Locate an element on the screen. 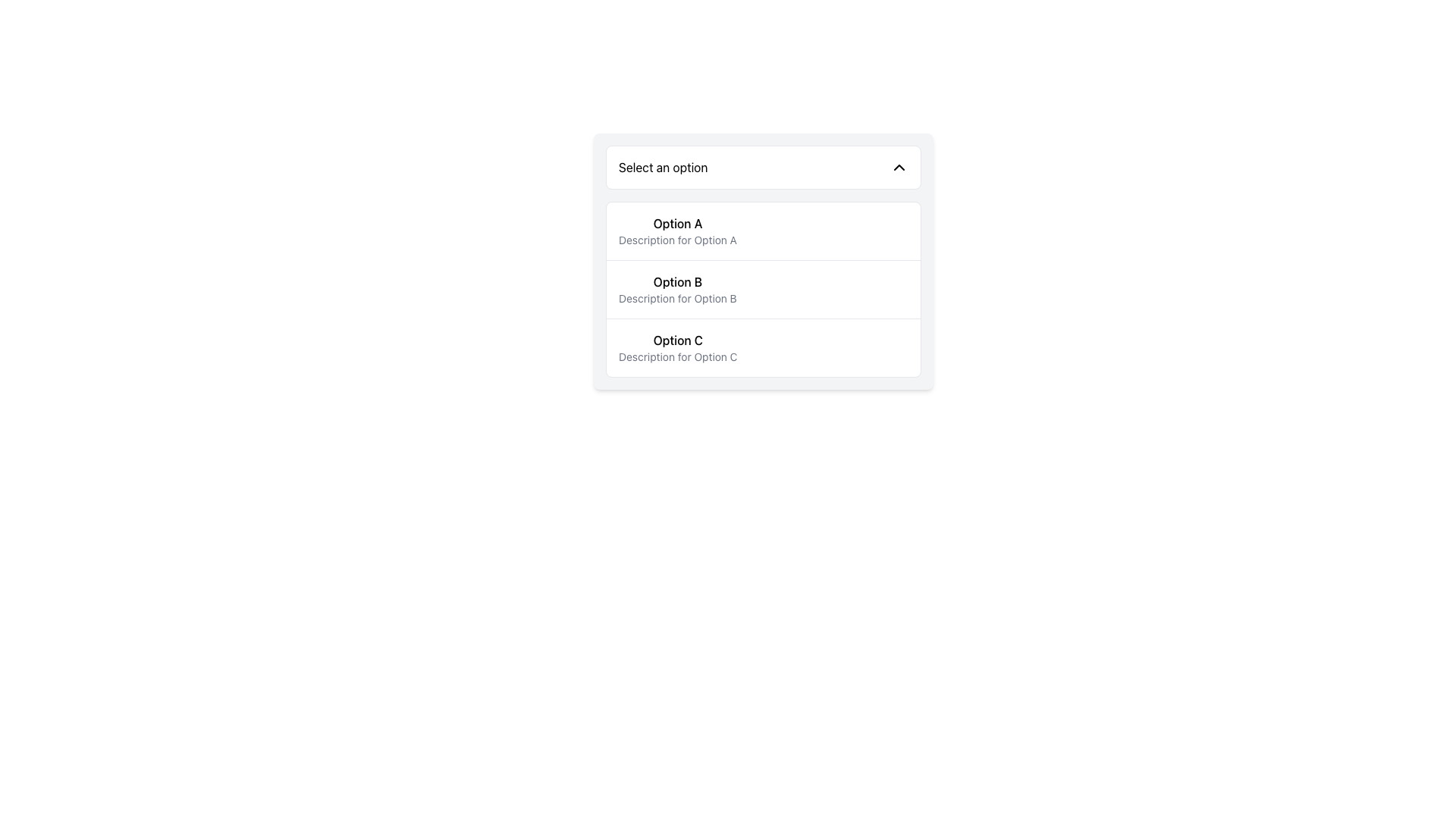  text of the second list item in the dropdown menu, which displays 'Option B' and its description is located at coordinates (676, 289).